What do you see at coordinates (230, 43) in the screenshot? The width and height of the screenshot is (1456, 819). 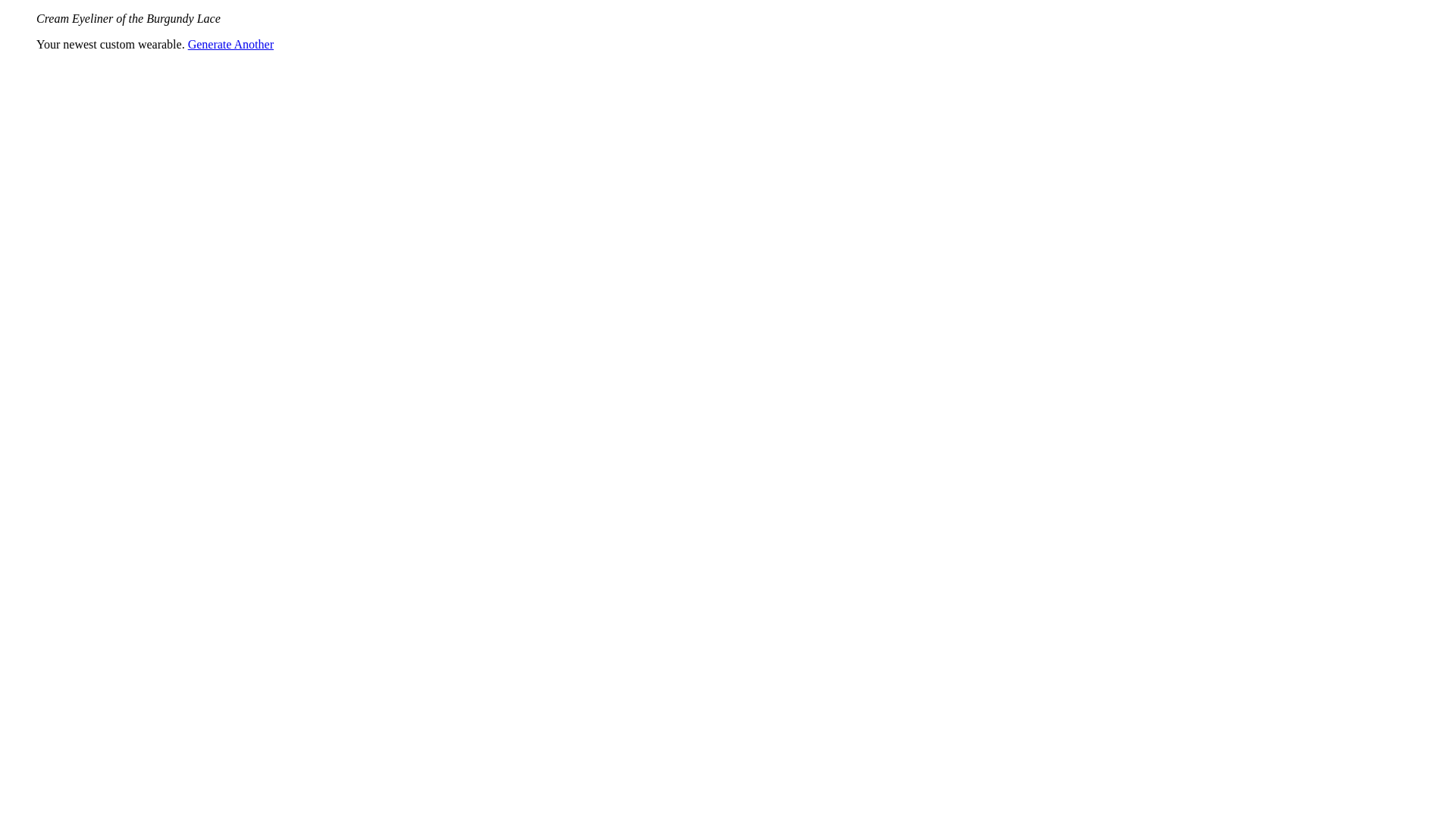 I see `'Generate Another'` at bounding box center [230, 43].